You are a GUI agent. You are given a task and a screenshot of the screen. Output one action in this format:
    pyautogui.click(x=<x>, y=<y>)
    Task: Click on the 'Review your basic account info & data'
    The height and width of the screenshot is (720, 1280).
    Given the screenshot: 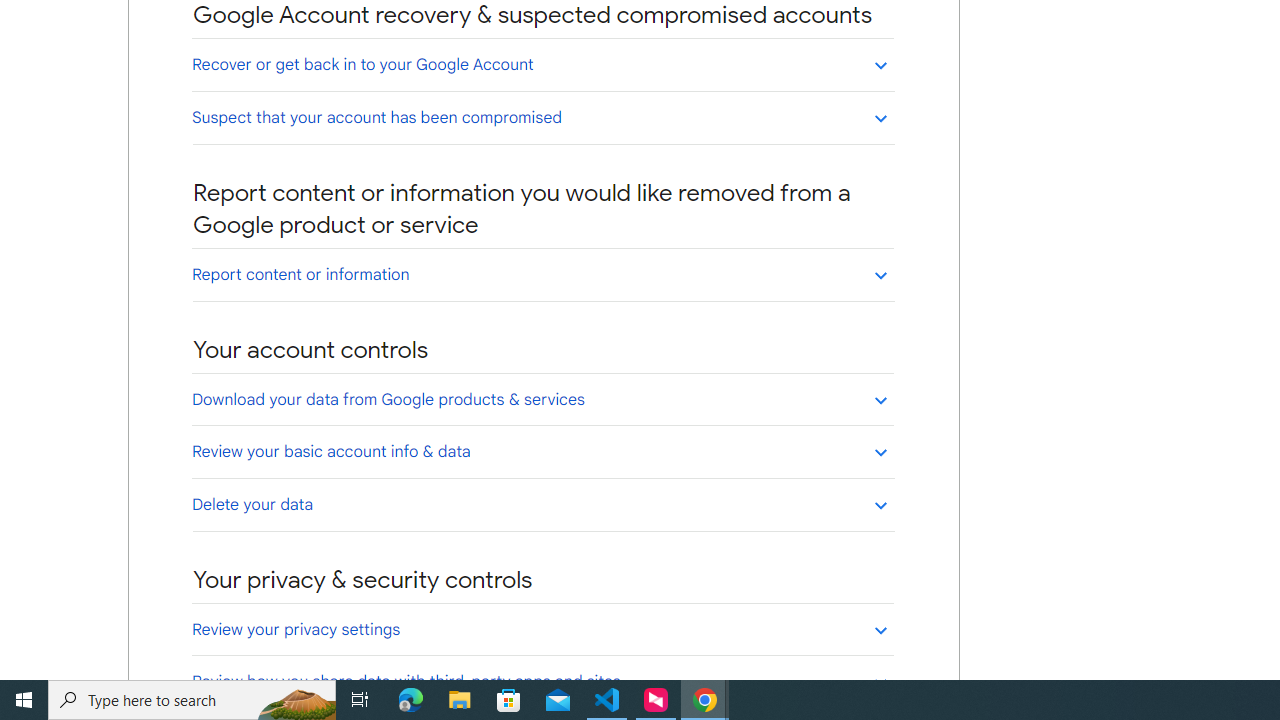 What is the action you would take?
    pyautogui.click(x=542, y=451)
    